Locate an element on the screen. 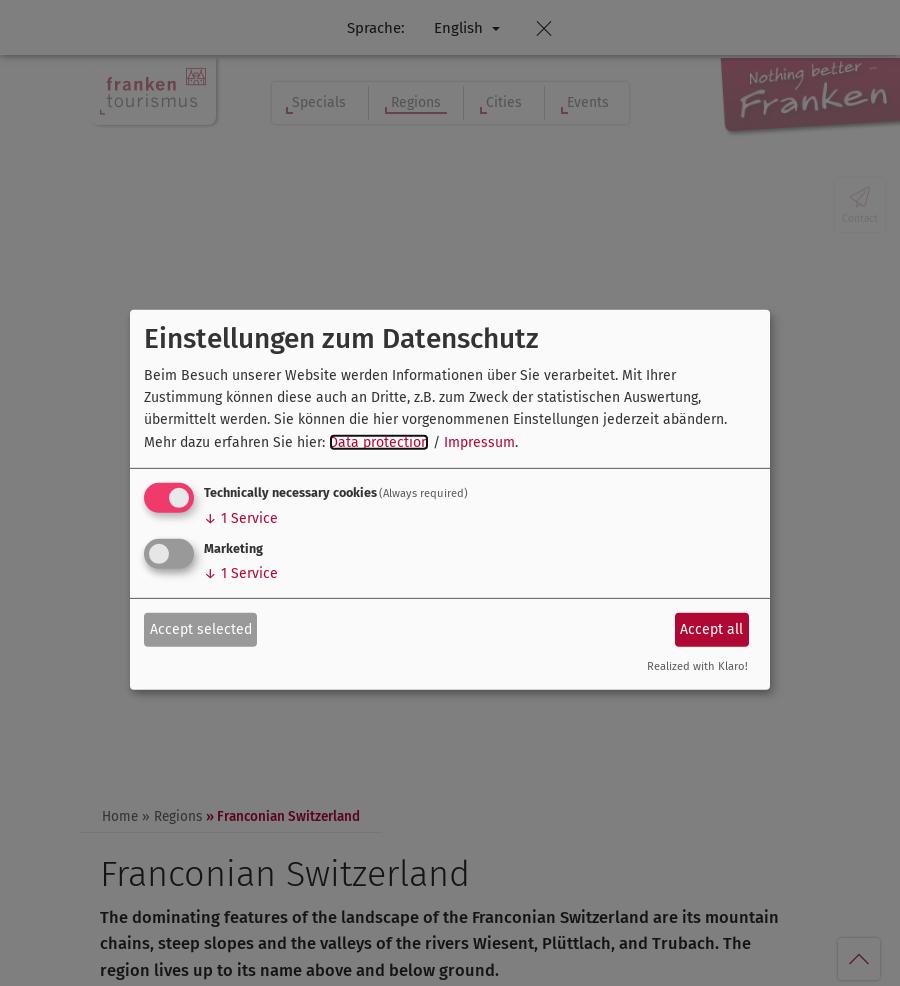  'Sprache:' is located at coordinates (375, 26).